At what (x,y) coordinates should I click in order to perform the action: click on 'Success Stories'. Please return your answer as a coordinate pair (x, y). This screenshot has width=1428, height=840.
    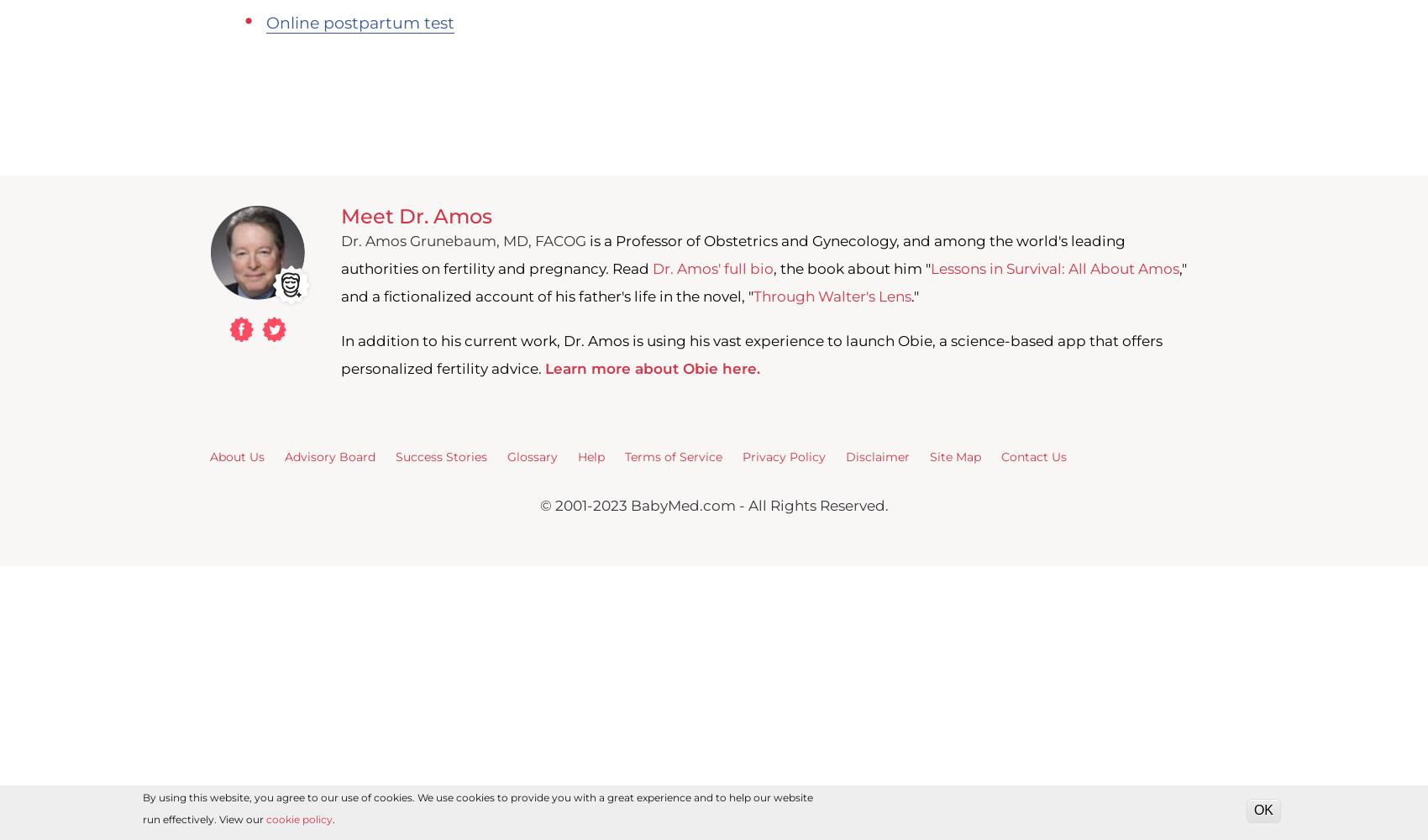
    Looking at the image, I should click on (441, 456).